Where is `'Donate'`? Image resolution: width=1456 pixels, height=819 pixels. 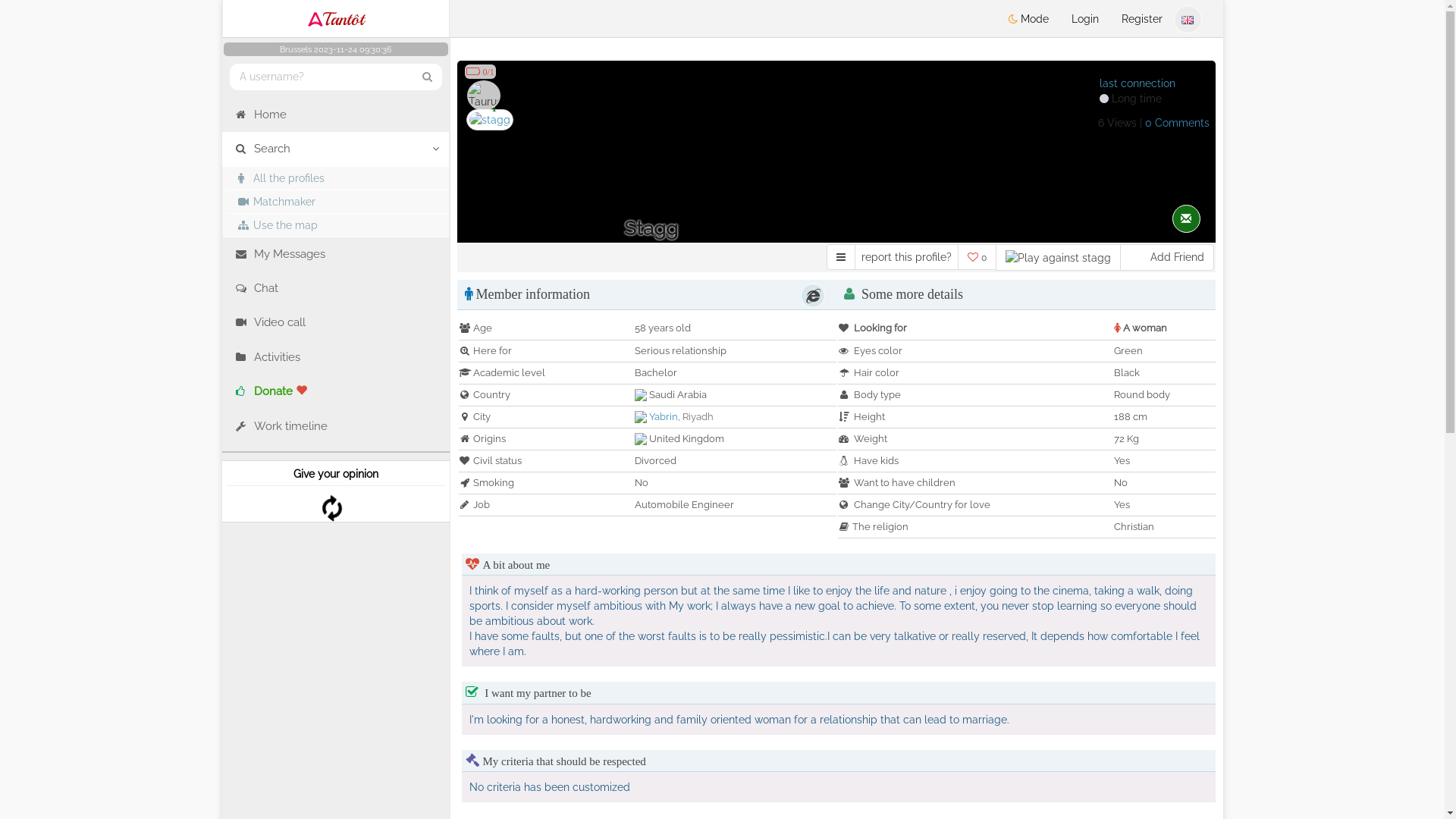 'Donate' is located at coordinates (334, 391).